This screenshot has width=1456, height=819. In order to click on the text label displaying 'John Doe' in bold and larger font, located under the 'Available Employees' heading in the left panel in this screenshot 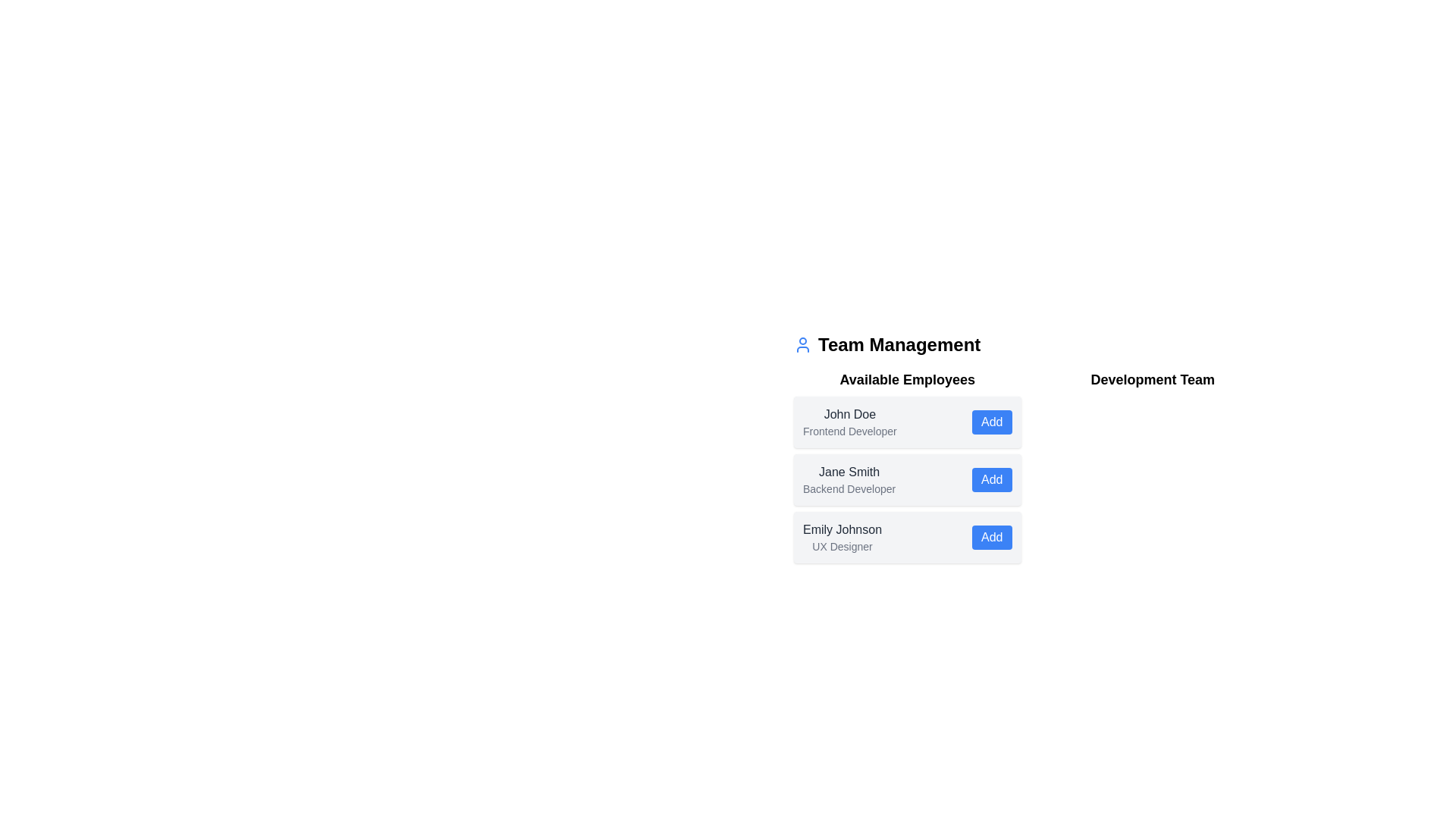, I will do `click(849, 415)`.